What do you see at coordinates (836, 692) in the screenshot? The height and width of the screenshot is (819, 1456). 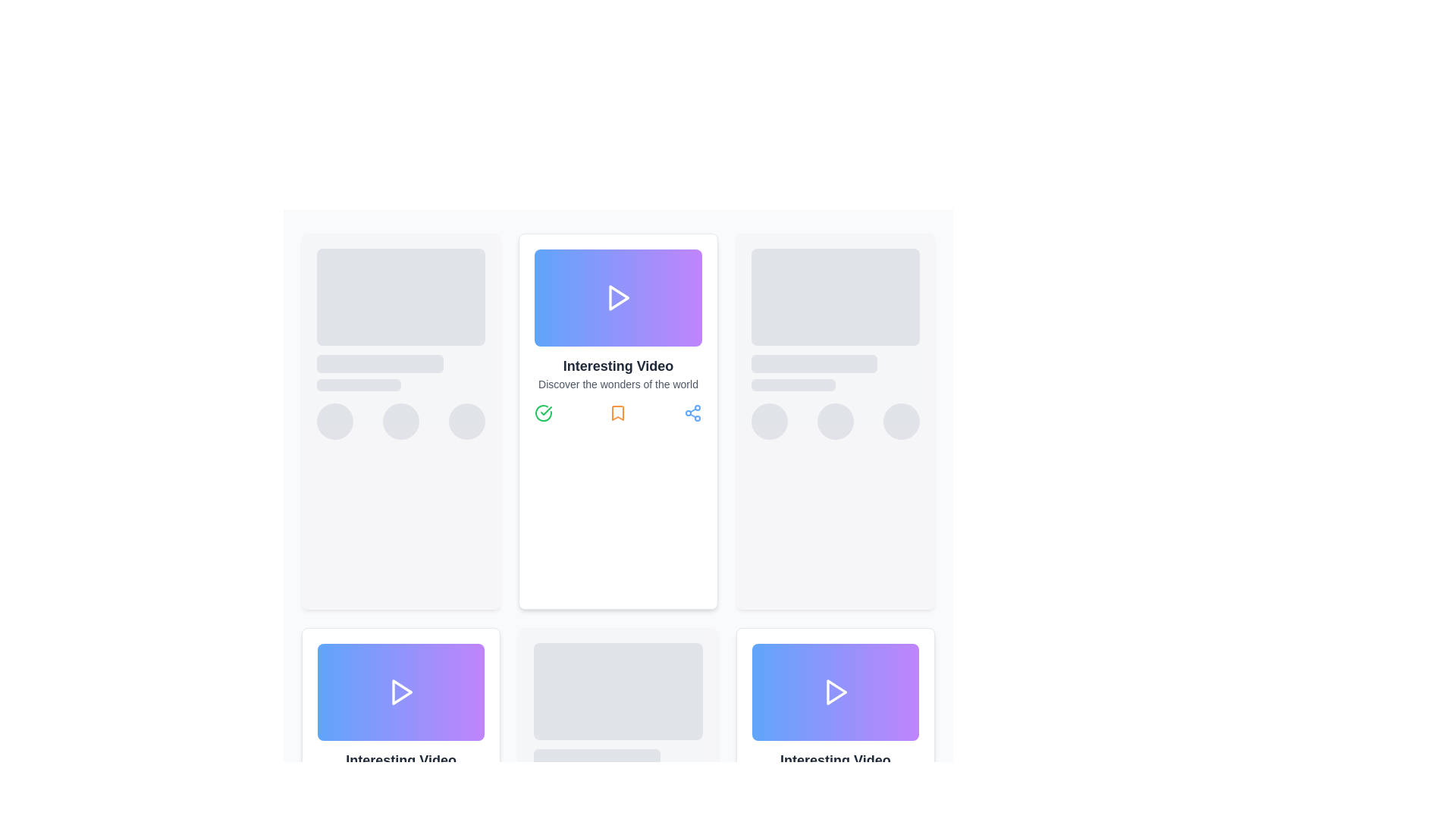 I see `the play button icon located at the center of the video thumbnail, which is positioned in the bottom row, second from the right of a grid layout` at bounding box center [836, 692].